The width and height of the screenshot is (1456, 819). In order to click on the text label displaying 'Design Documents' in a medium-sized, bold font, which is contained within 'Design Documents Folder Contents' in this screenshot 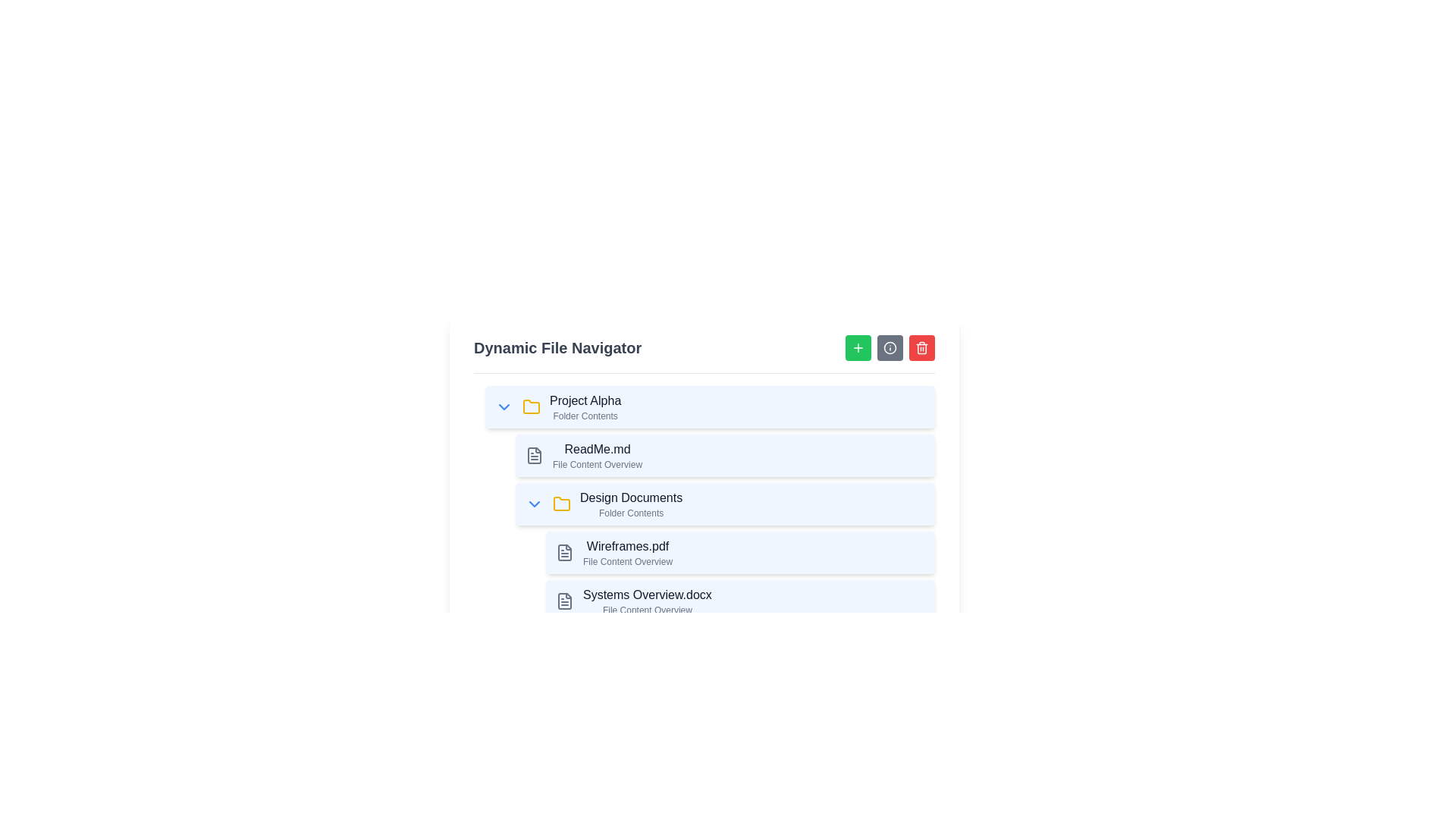, I will do `click(631, 497)`.